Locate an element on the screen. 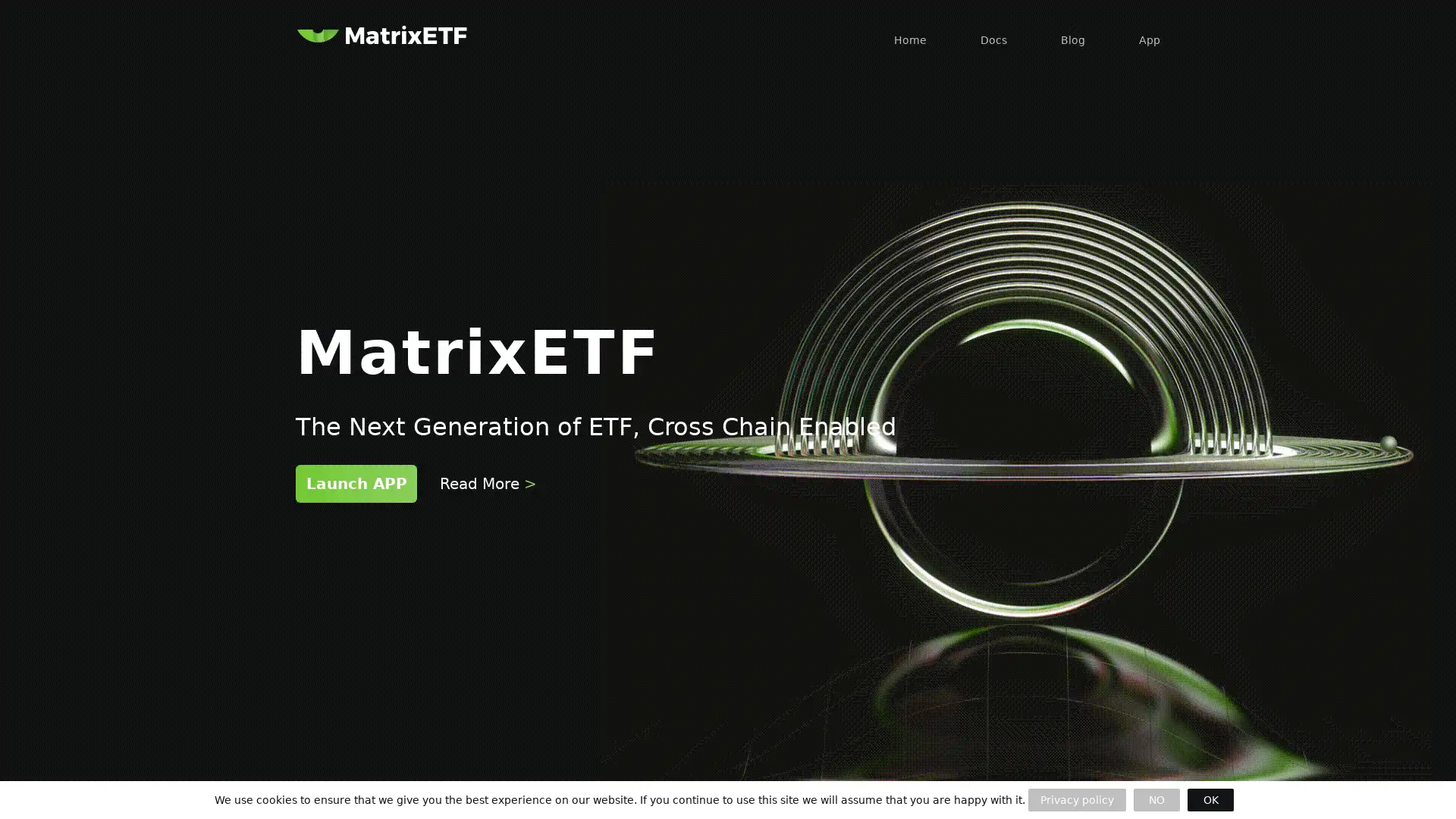 Image resolution: width=1456 pixels, height=819 pixels. OK is located at coordinates (1210, 799).